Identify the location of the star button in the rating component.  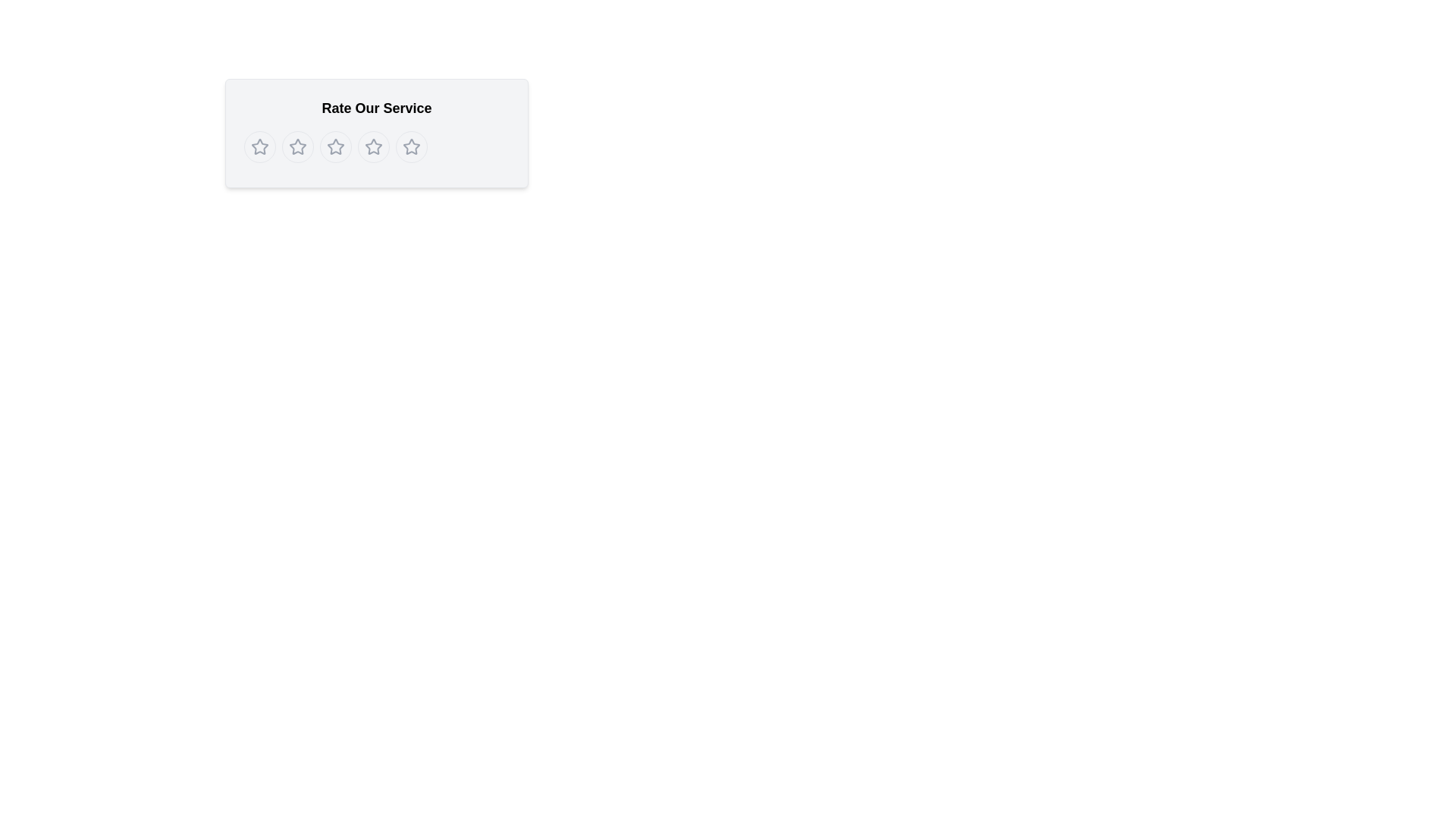
(377, 133).